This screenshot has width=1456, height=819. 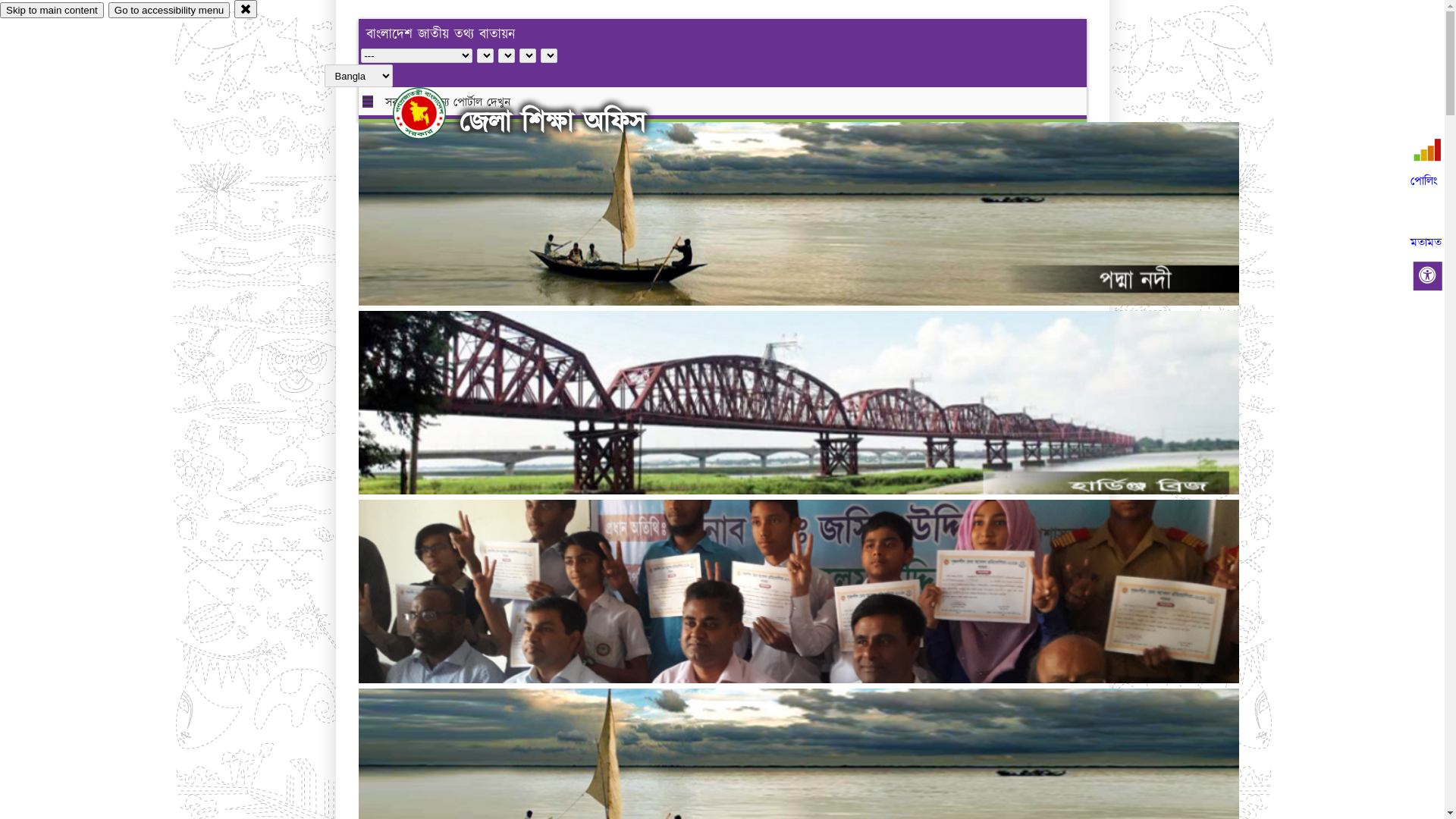 I want to click on 'Go to accessibility menu', so click(x=168, y=10).